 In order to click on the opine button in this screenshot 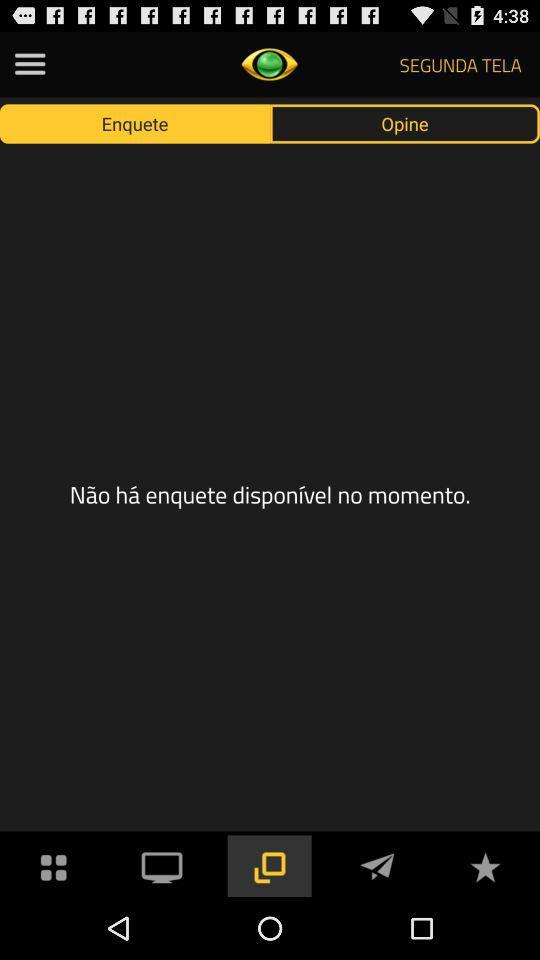, I will do `click(405, 122)`.